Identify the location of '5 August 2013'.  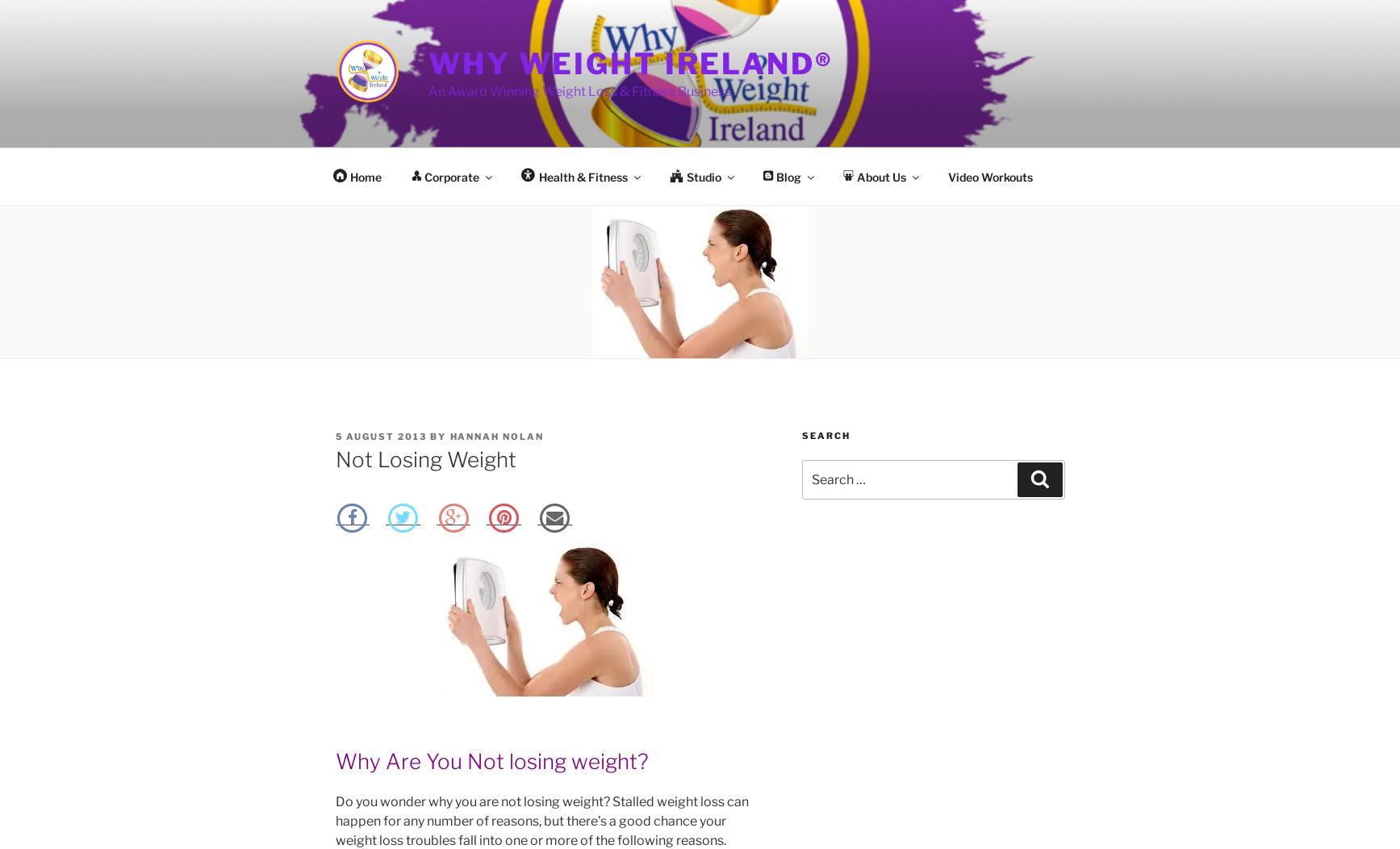
(380, 437).